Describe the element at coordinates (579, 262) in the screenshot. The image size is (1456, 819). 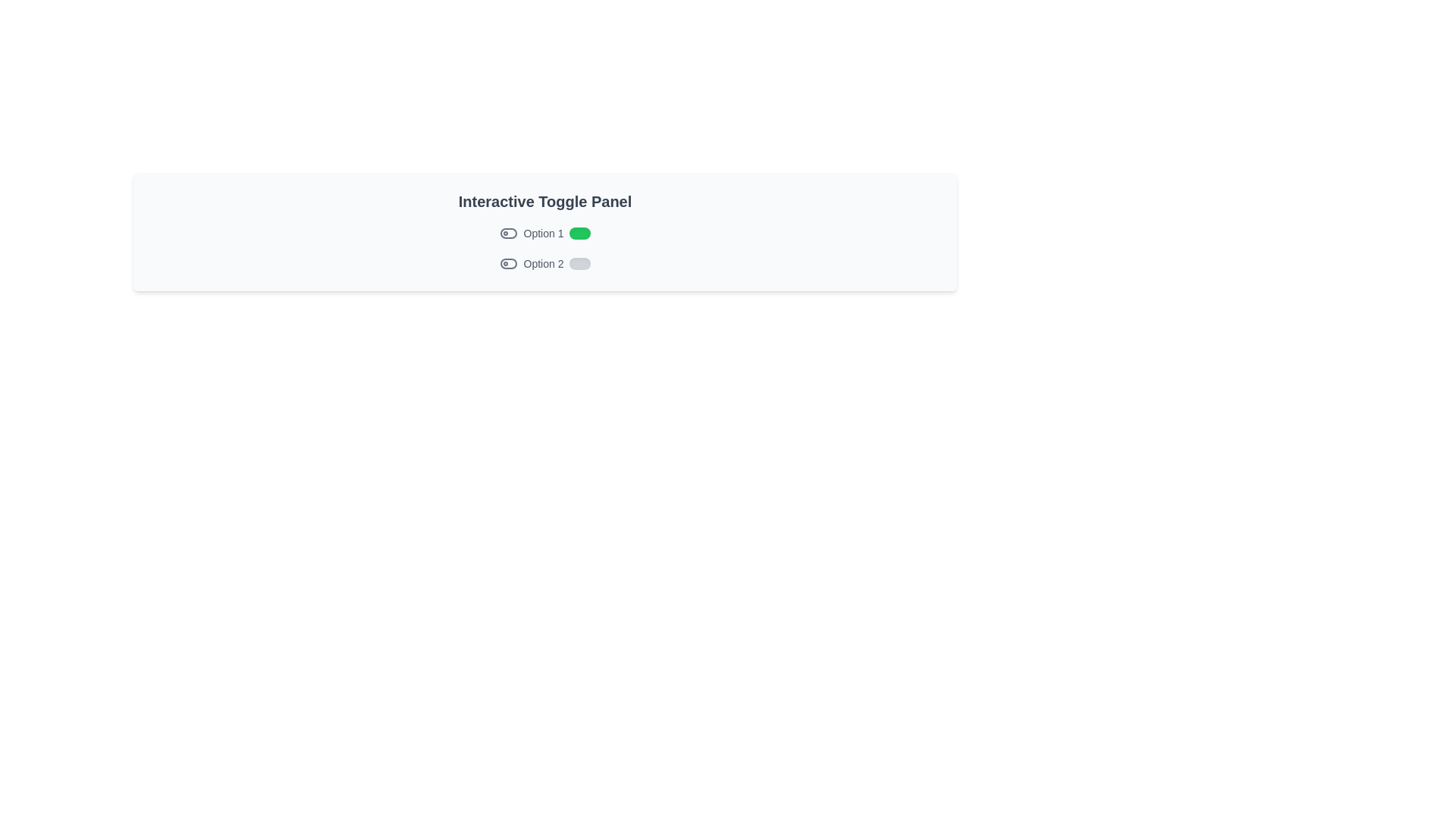
I see `the second switch labeled 'Option 2' to toggle it` at that location.